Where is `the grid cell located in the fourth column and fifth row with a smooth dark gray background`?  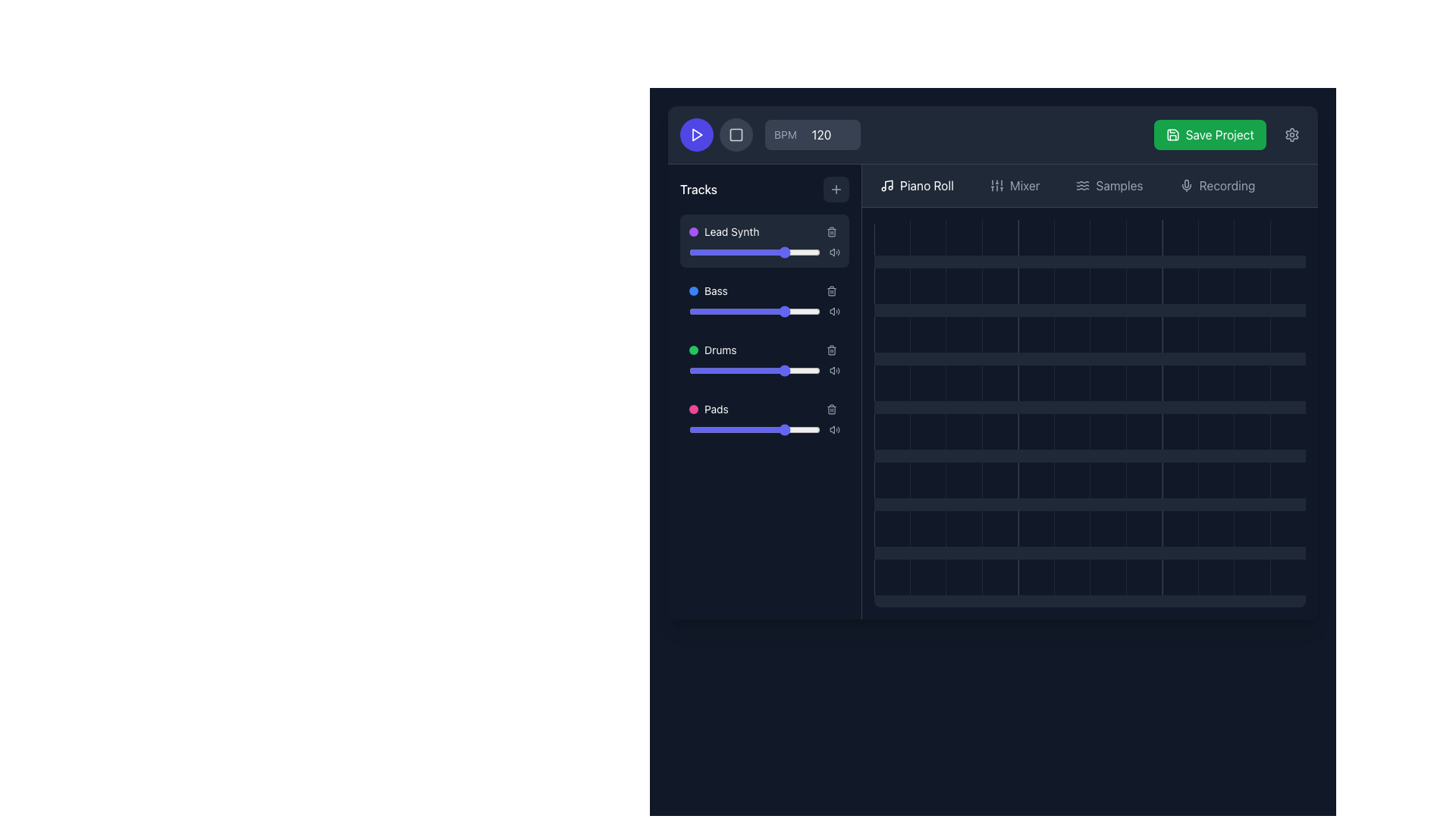 the grid cell located in the fourth column and fifth row with a smooth dark gray background is located at coordinates (963, 431).